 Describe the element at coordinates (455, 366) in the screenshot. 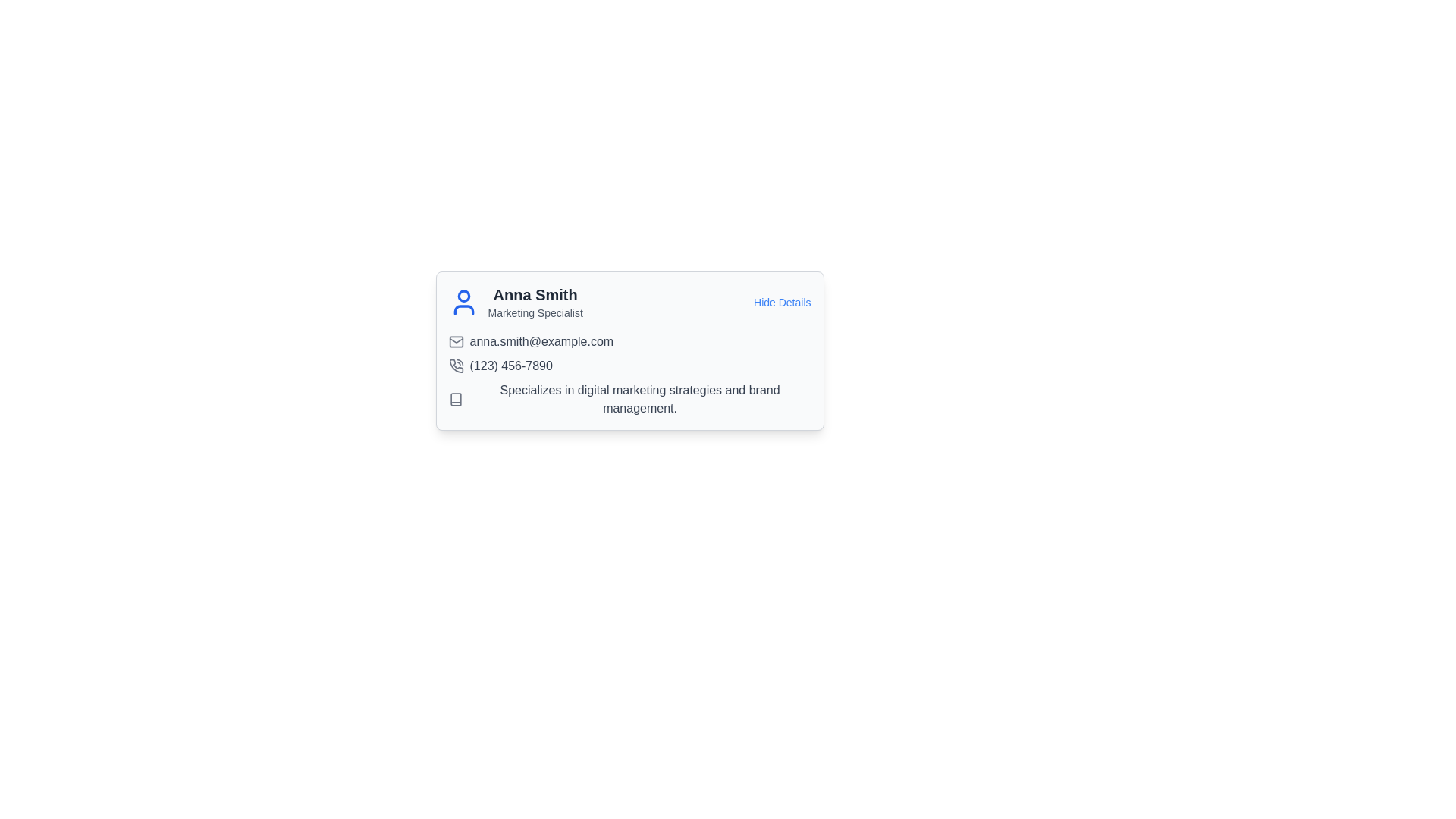

I see `the contact phone number icon, which is the first icon in a row within the contact card interface, located directly to the left of the phone number text element` at that location.